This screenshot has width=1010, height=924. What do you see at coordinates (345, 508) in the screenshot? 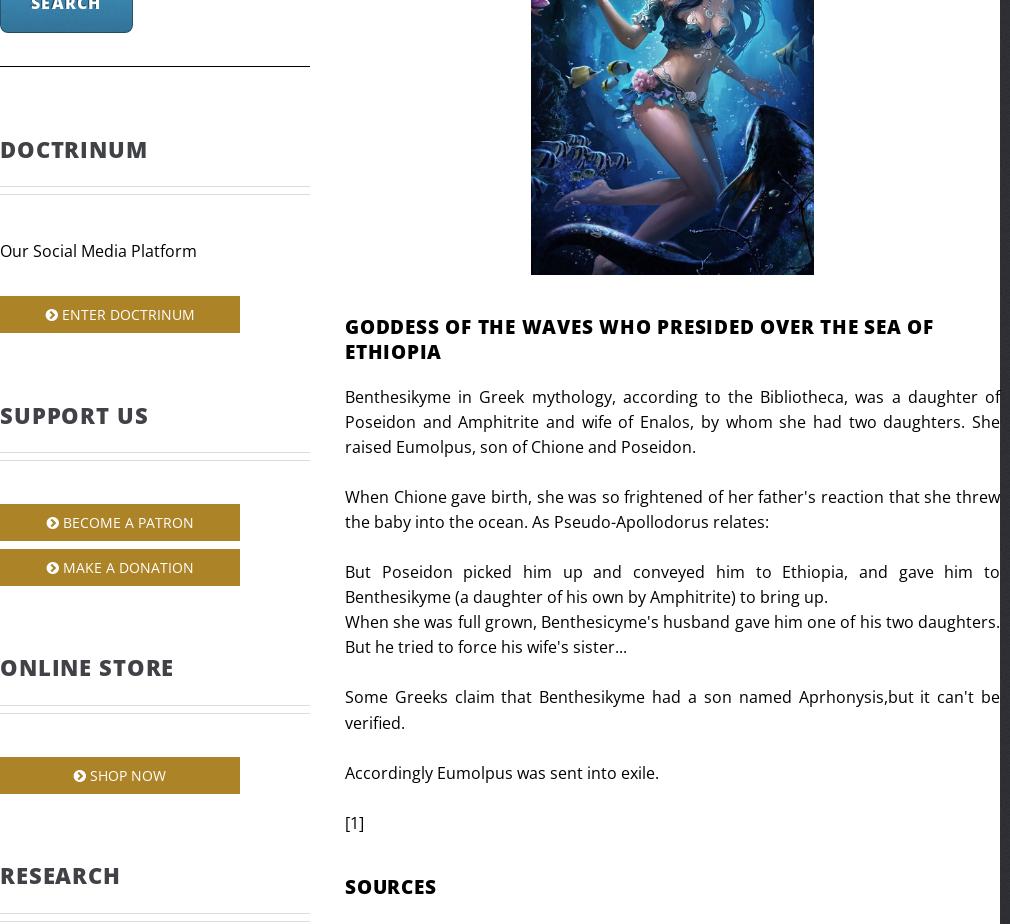
I see `'When Chione gave birth, she was so frightened of her father's reaction that she threw the baby into the ocean. As Pseudo-Apollodorus relates:'` at bounding box center [345, 508].